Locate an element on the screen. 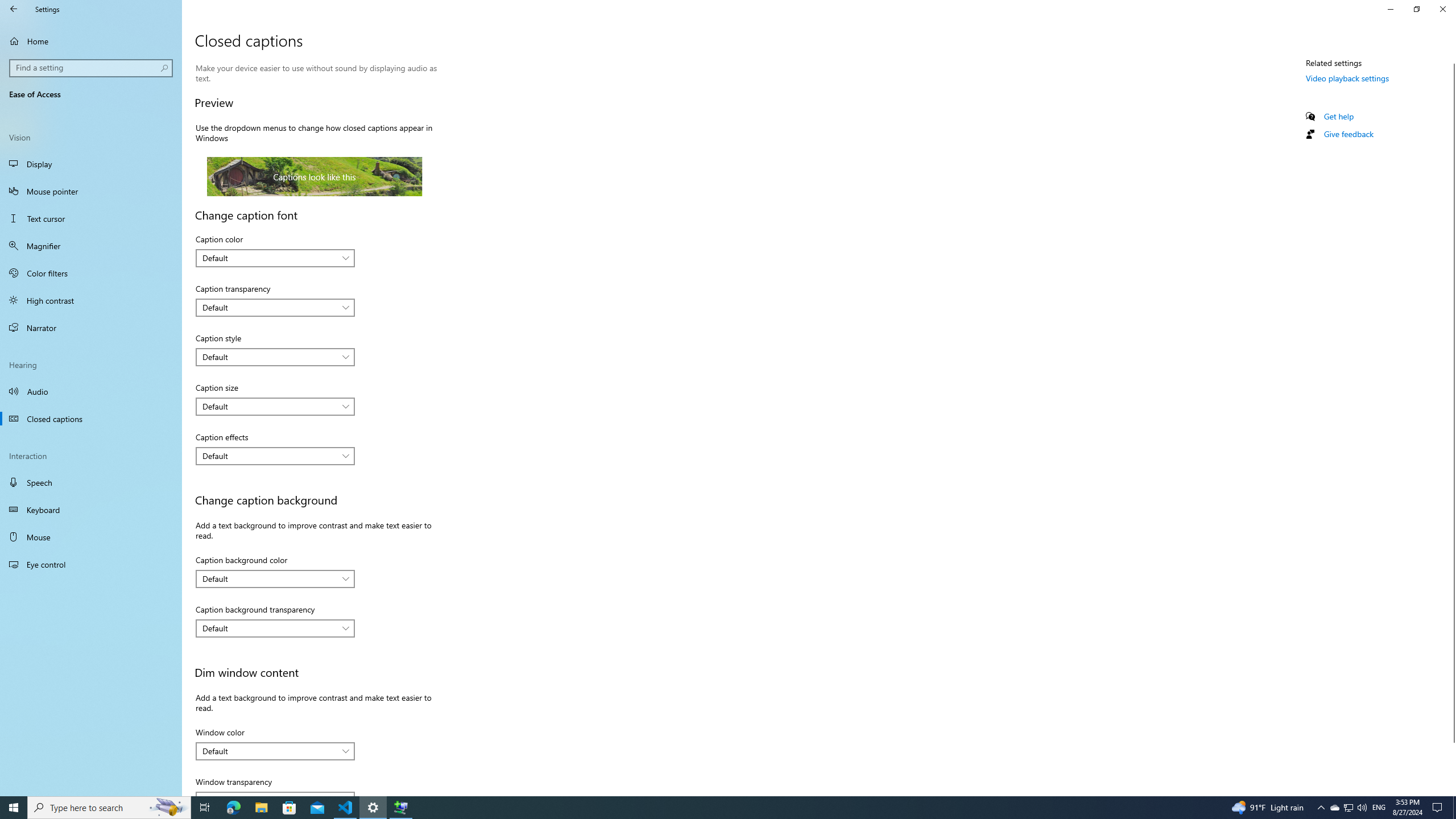 The width and height of the screenshot is (1456, 819). 'Extensible Wizards Host Process - 1 running window' is located at coordinates (401, 806).